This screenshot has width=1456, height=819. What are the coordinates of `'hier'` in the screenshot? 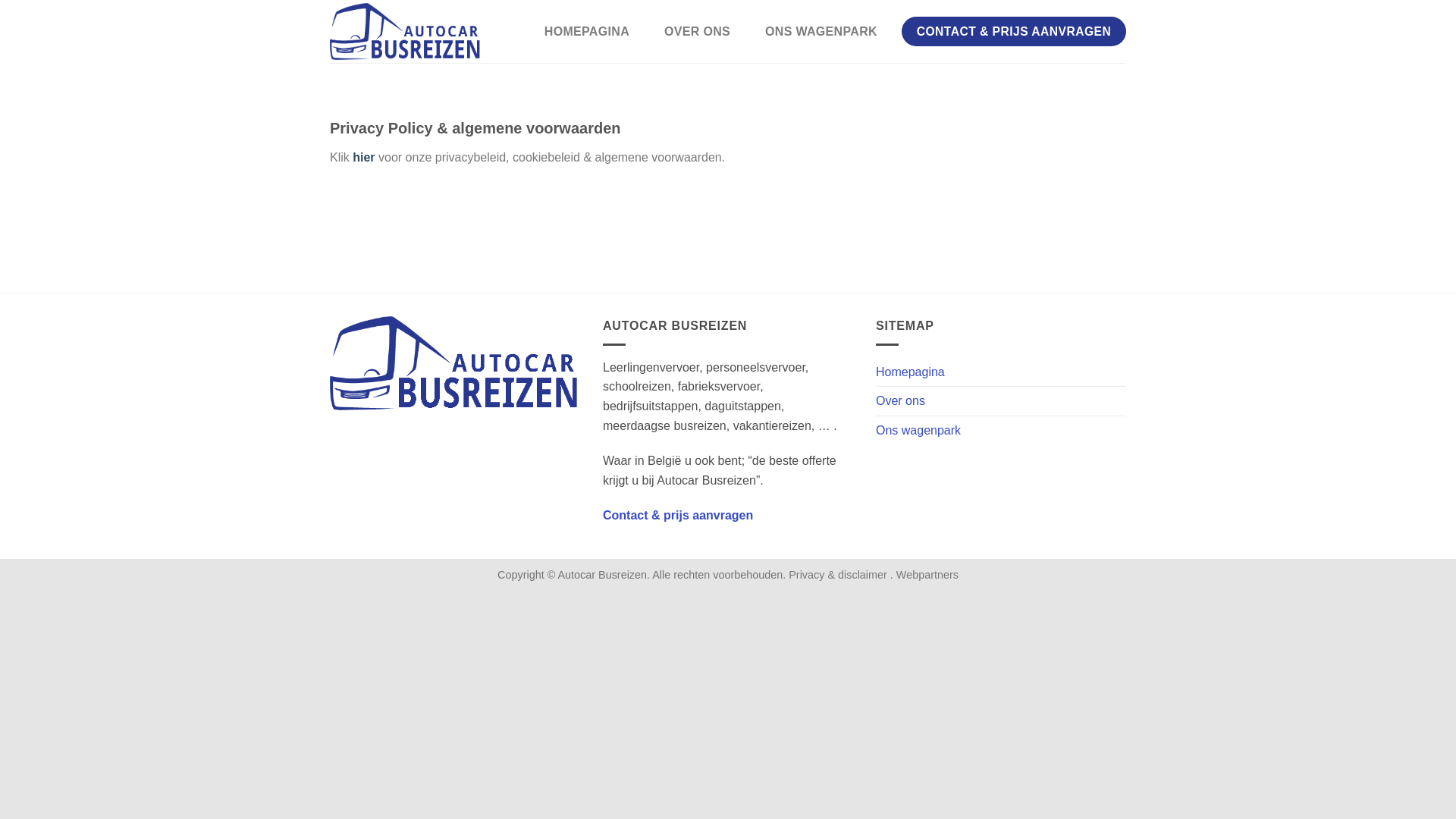 It's located at (362, 157).